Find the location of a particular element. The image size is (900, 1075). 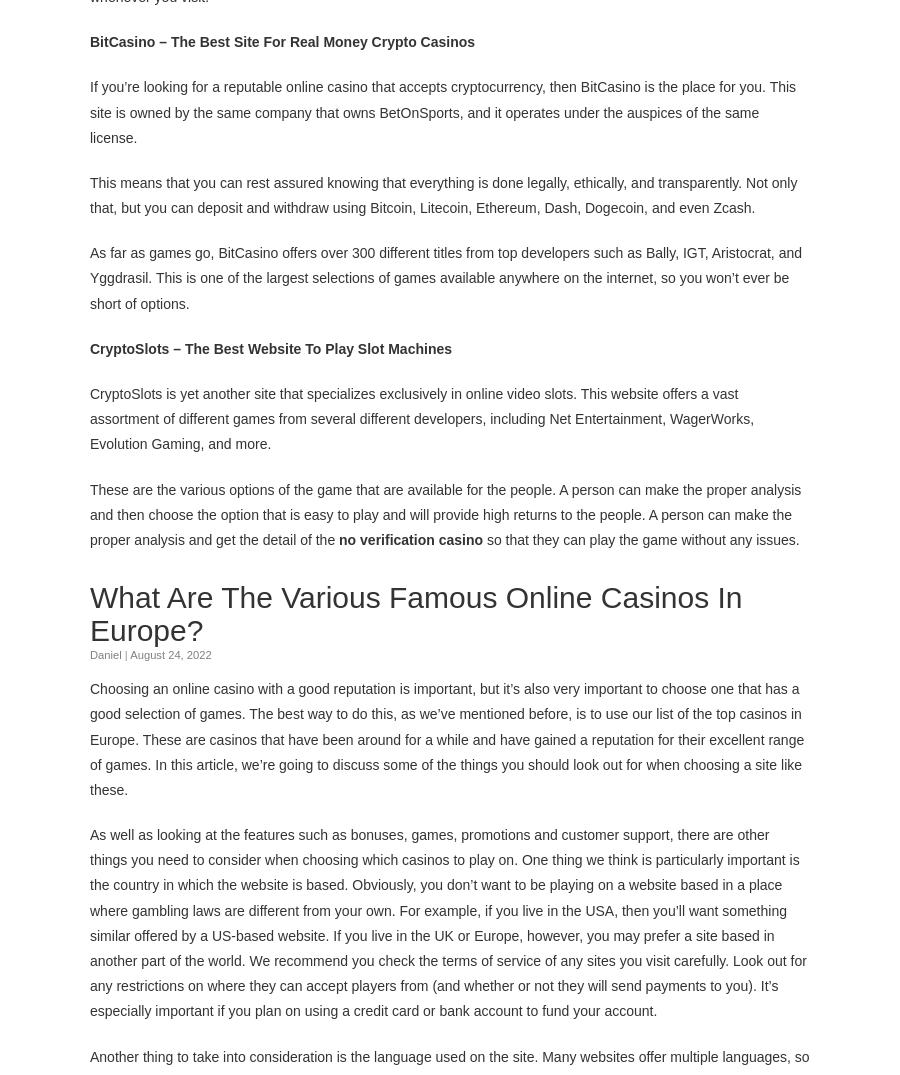

'What Are The Various Famous Online Casinos In Europe?' is located at coordinates (415, 611).